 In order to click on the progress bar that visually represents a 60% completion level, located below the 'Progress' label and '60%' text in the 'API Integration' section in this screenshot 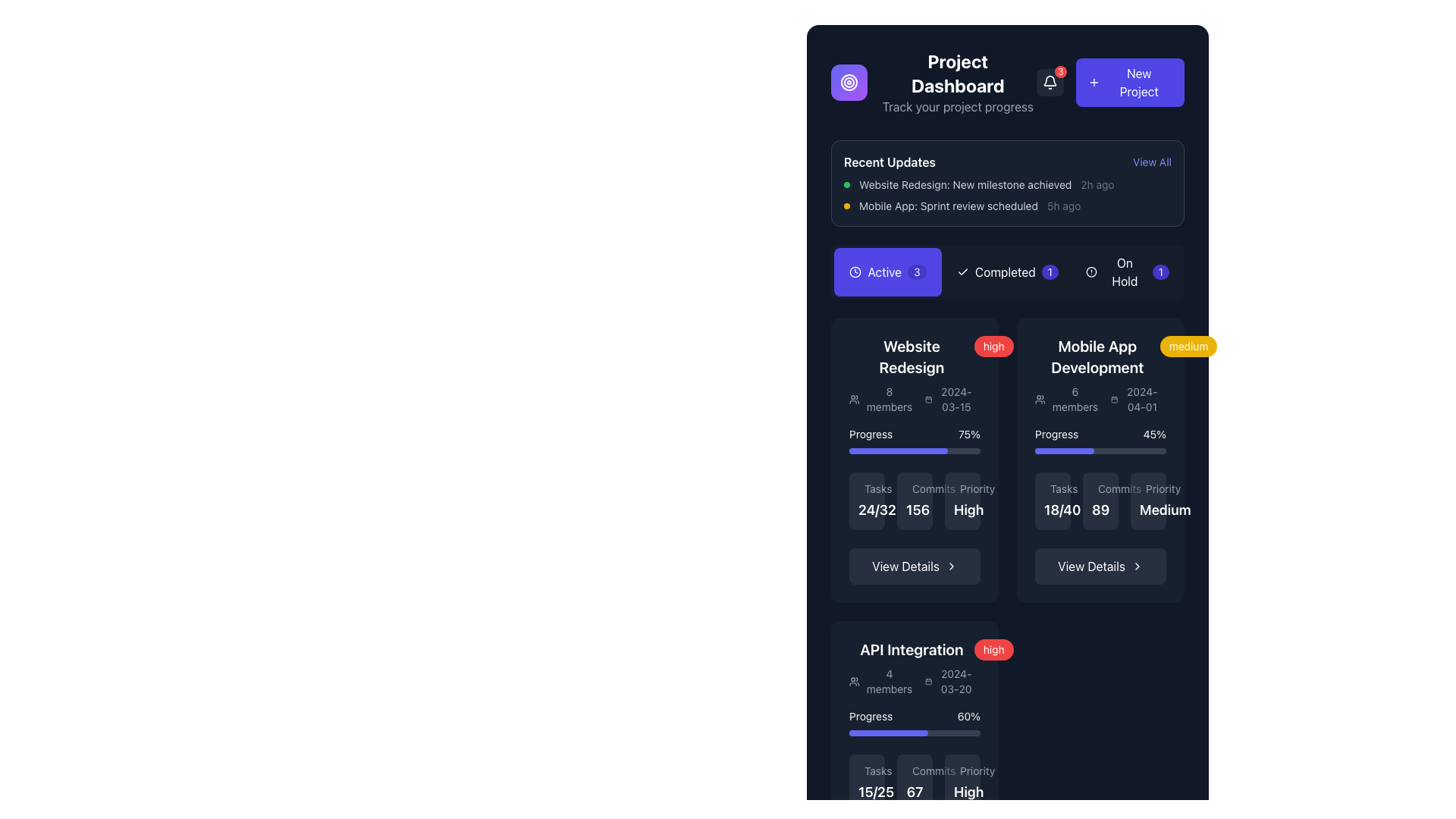, I will do `click(914, 733)`.